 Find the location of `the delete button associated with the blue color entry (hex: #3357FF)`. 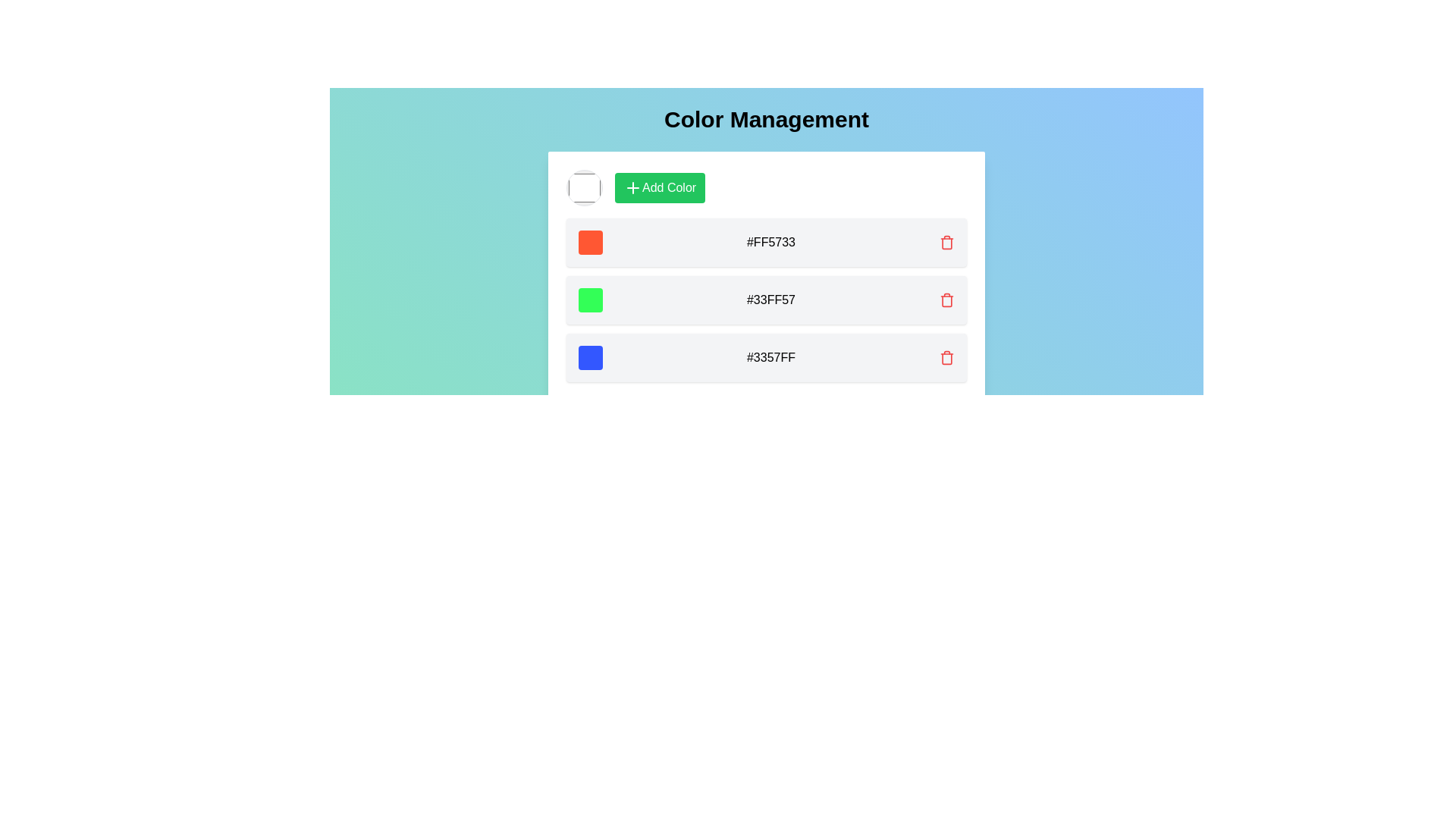

the delete button associated with the blue color entry (hex: #3357FF) is located at coordinates (946, 357).